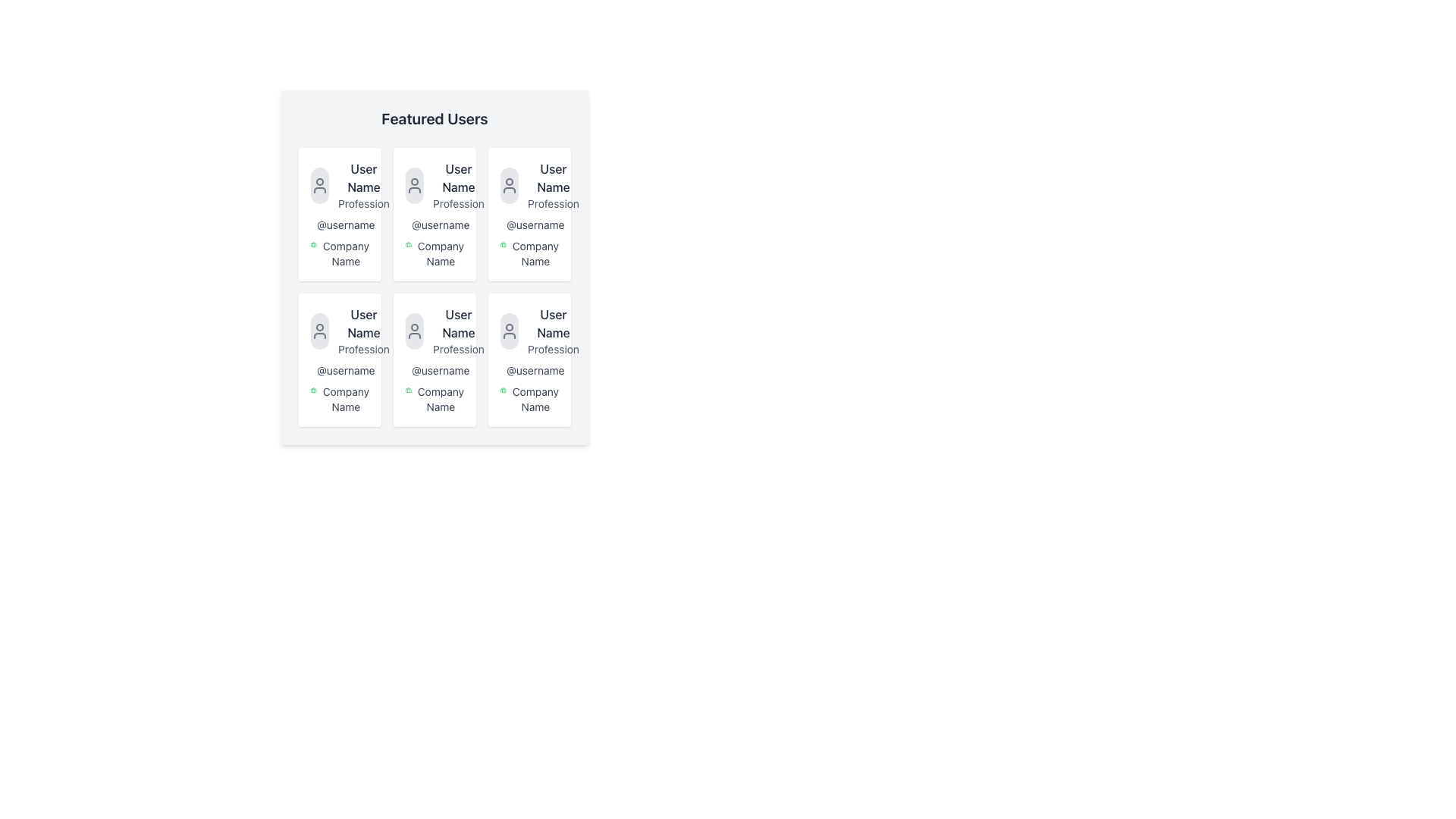  Describe the element at coordinates (457, 330) in the screenshot. I see `the text element displaying the user's name and profession, located in the middle of the second row in a grid layout` at that location.